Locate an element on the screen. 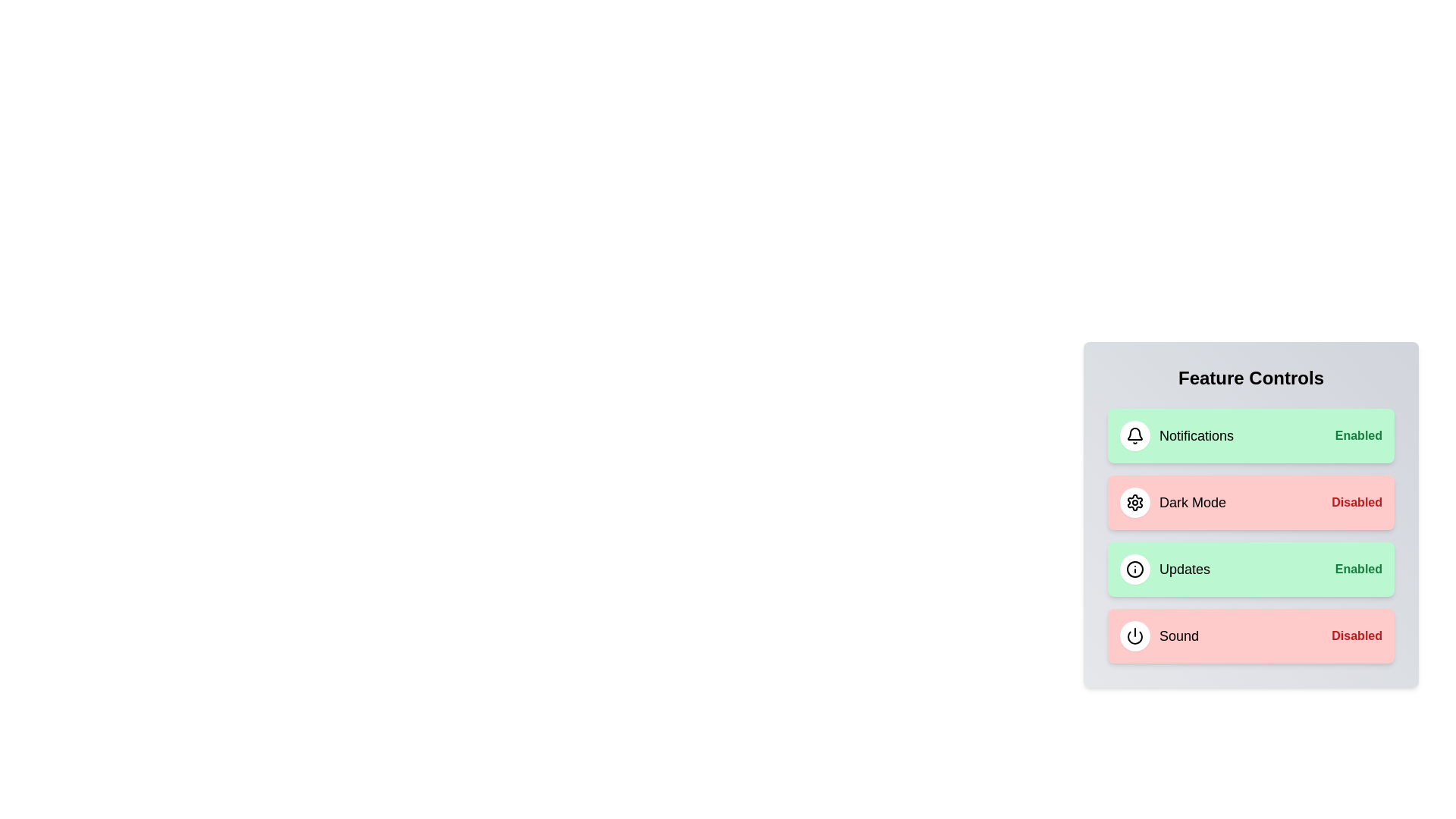 This screenshot has height=819, width=1456. the icon to toggle the state of the Updates feature is located at coordinates (1135, 570).